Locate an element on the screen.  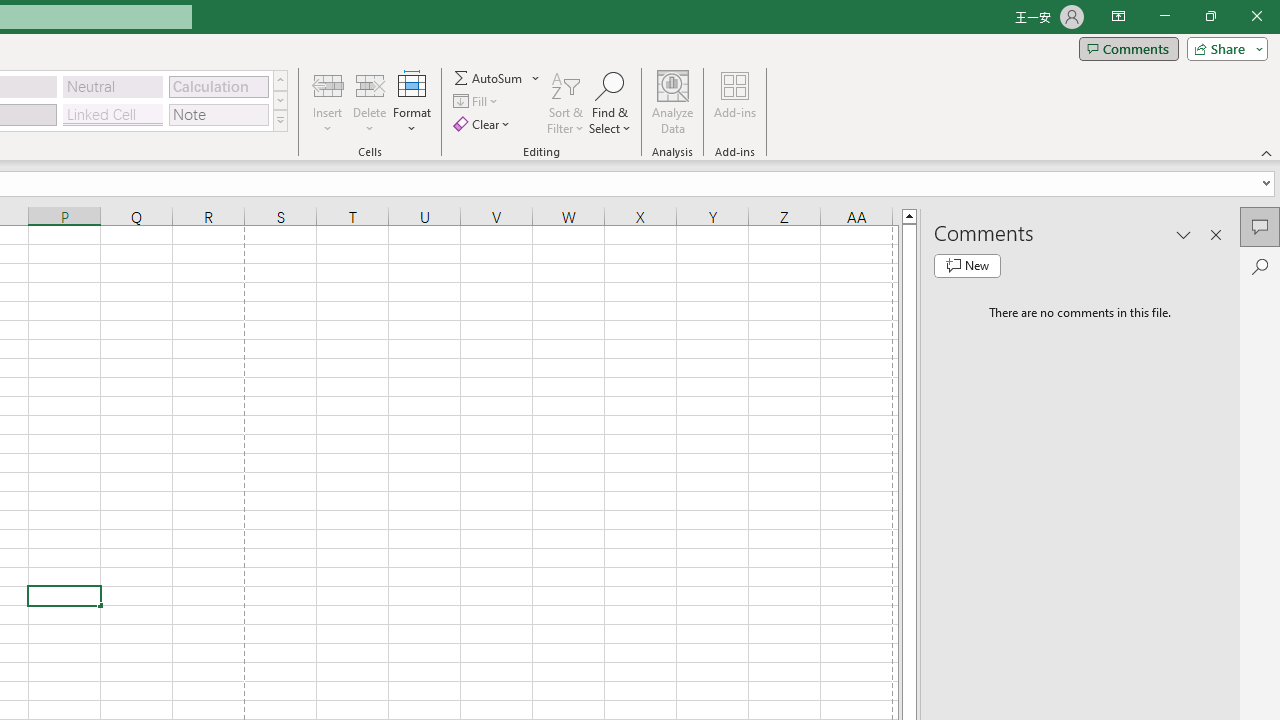
'Neutral' is located at coordinates (112, 85).